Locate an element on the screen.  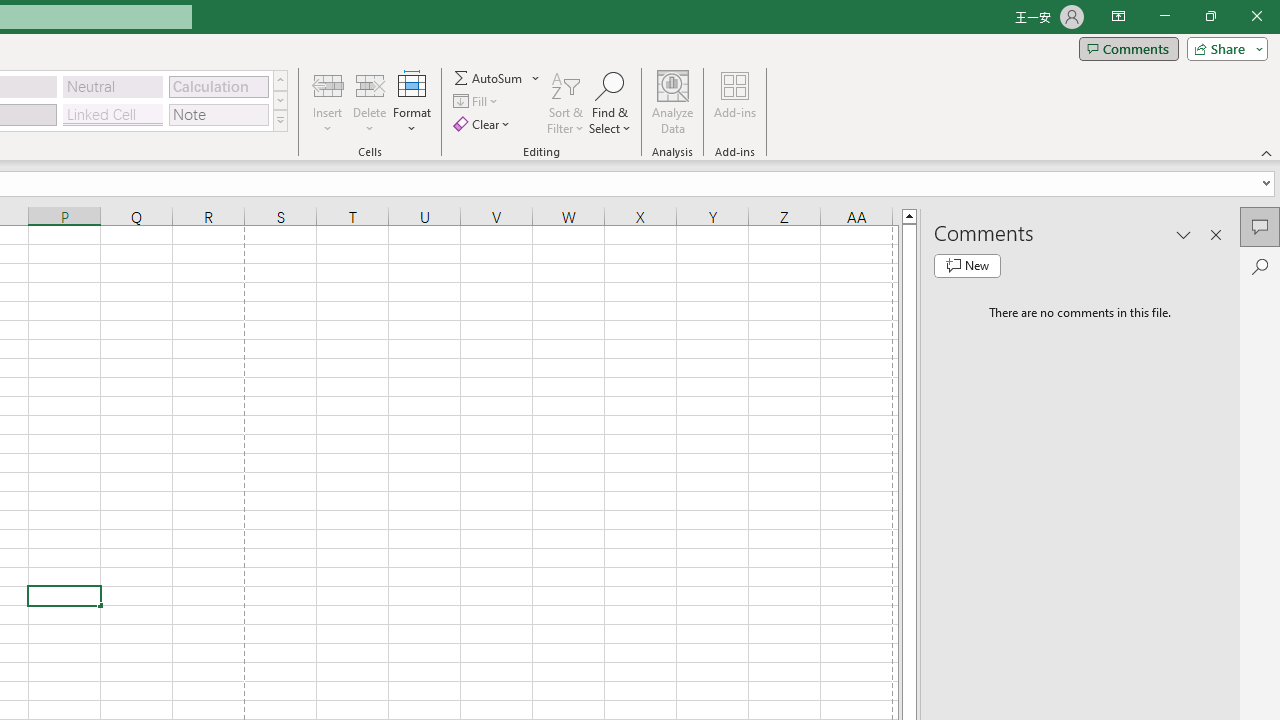
'Neutral' is located at coordinates (112, 85).